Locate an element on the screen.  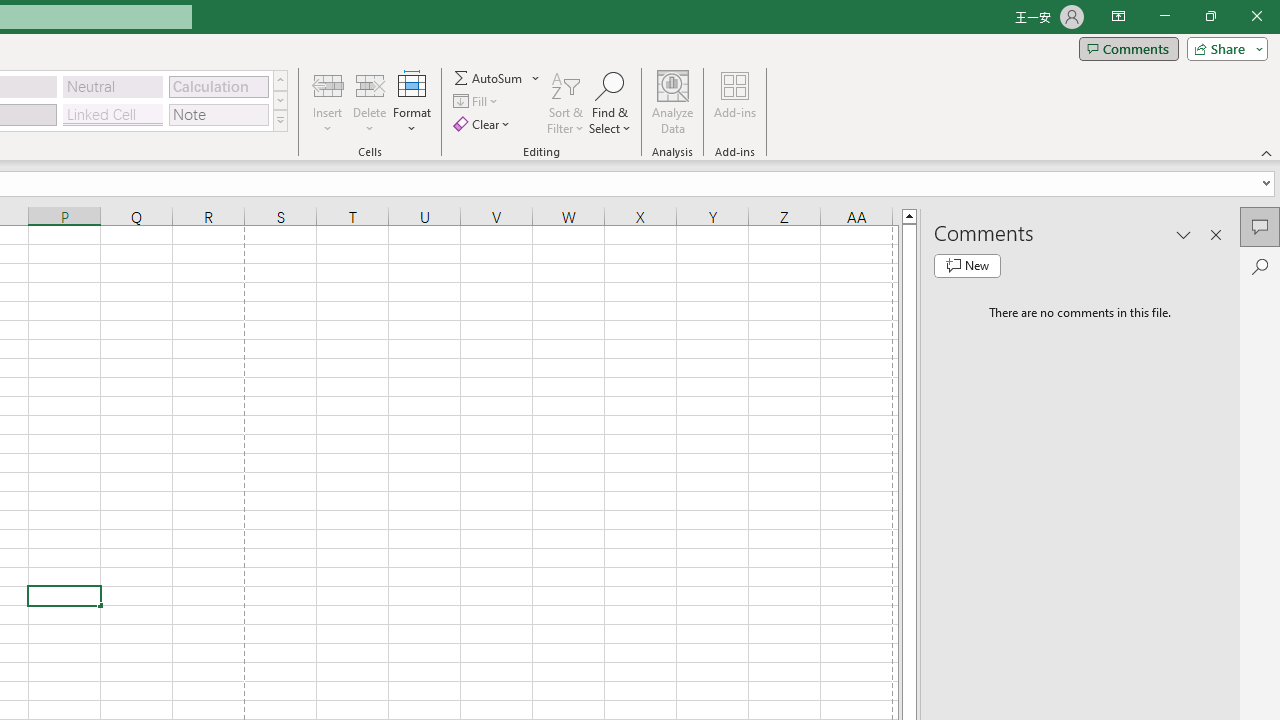
'Neutral' is located at coordinates (112, 85).